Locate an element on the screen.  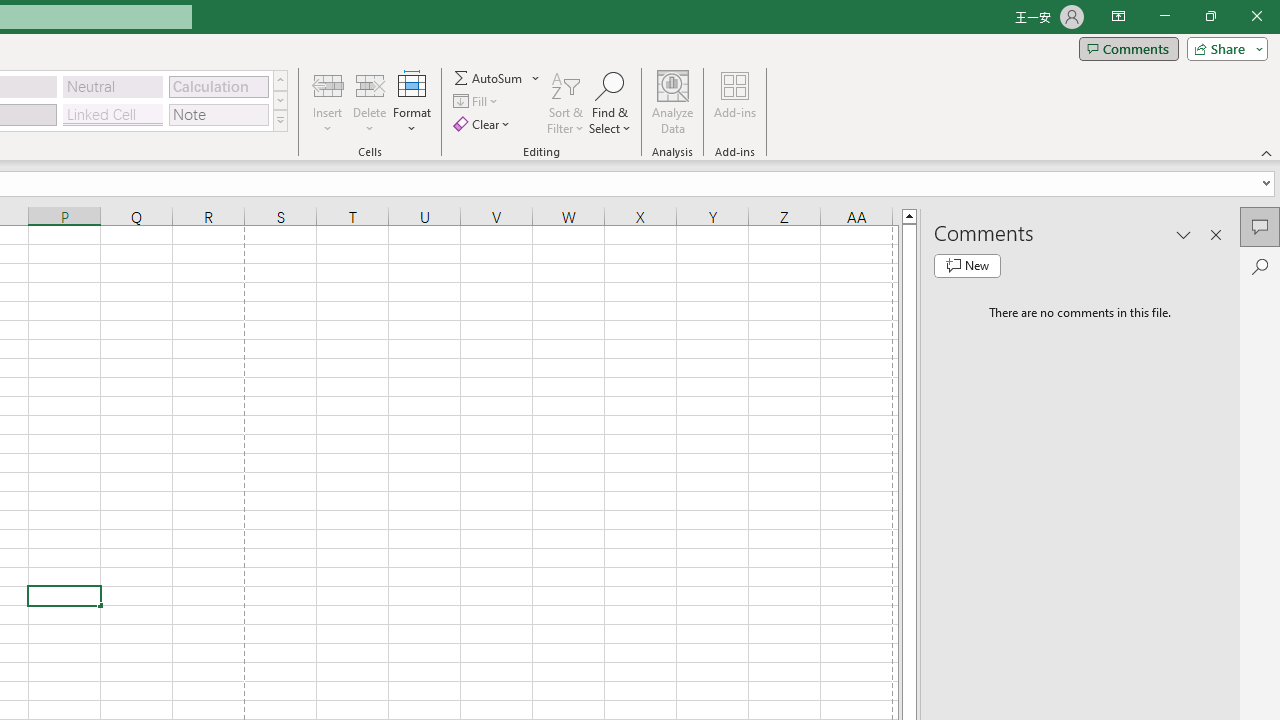
'Neutral' is located at coordinates (112, 85).